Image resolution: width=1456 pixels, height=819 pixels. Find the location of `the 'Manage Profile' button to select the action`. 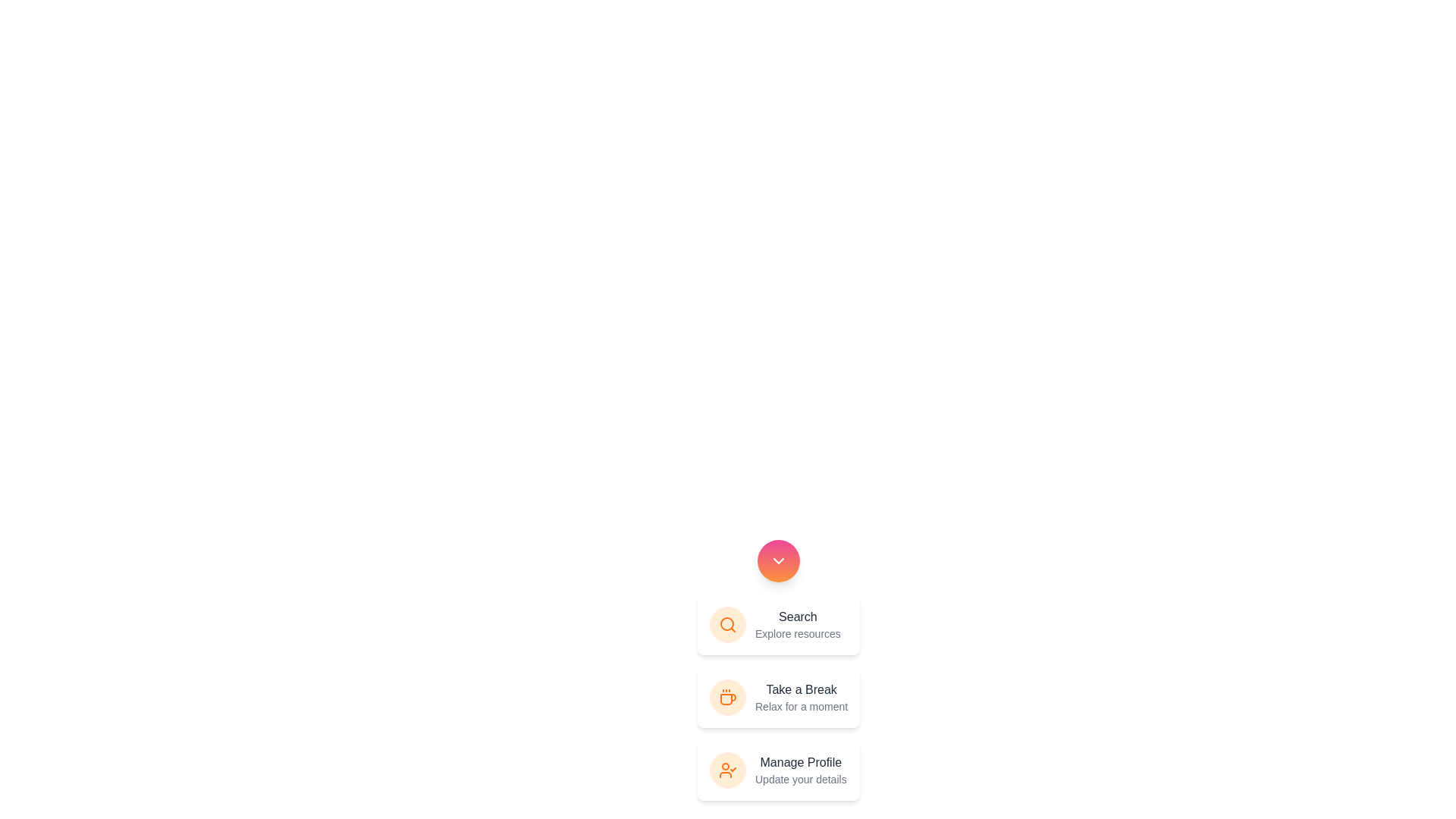

the 'Manage Profile' button to select the action is located at coordinates (779, 770).